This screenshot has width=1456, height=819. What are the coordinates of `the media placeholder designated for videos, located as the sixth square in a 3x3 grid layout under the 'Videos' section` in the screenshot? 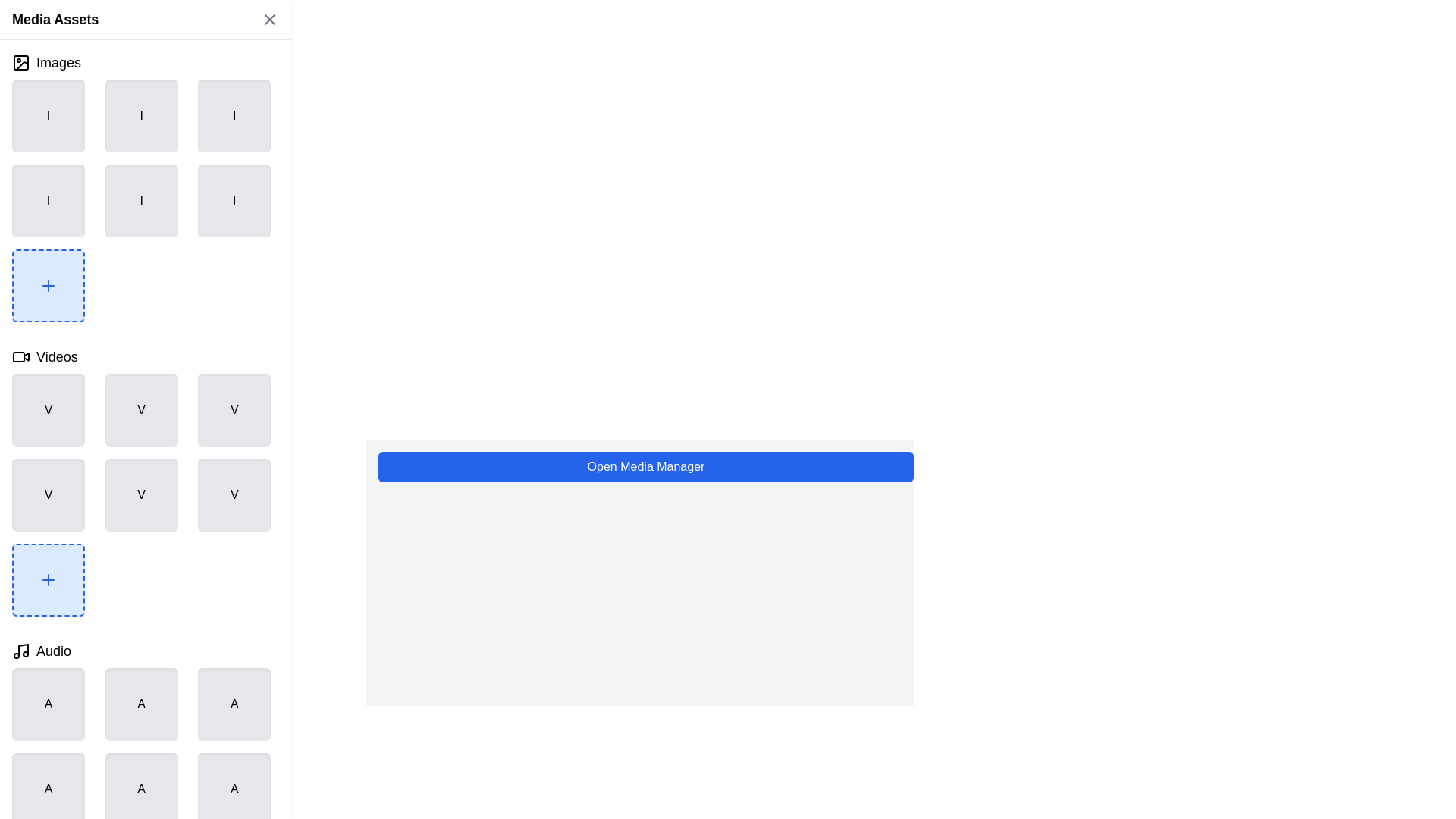 It's located at (234, 494).